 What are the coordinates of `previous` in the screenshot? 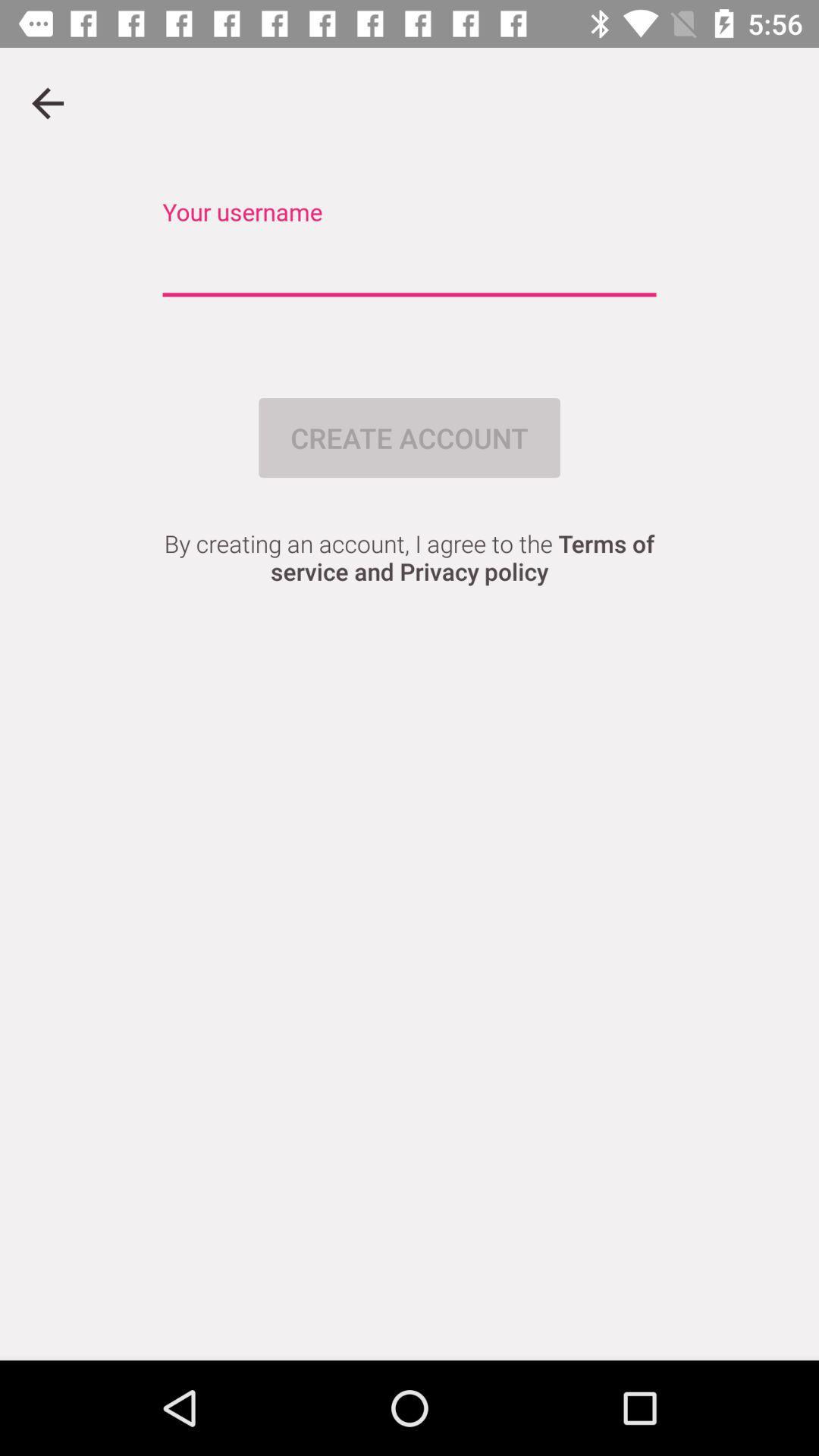 It's located at (46, 102).